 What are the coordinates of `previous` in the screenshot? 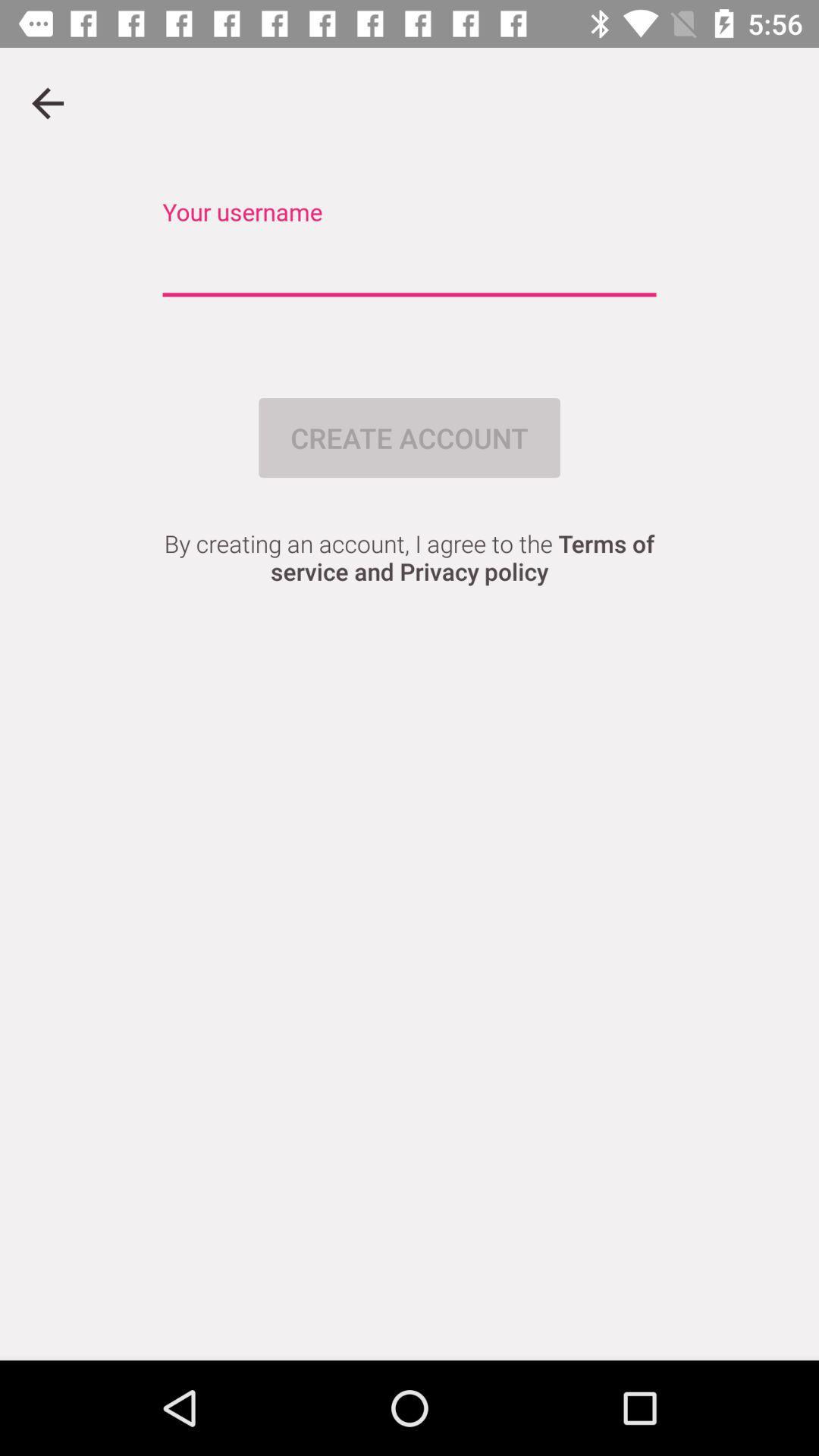 It's located at (46, 102).